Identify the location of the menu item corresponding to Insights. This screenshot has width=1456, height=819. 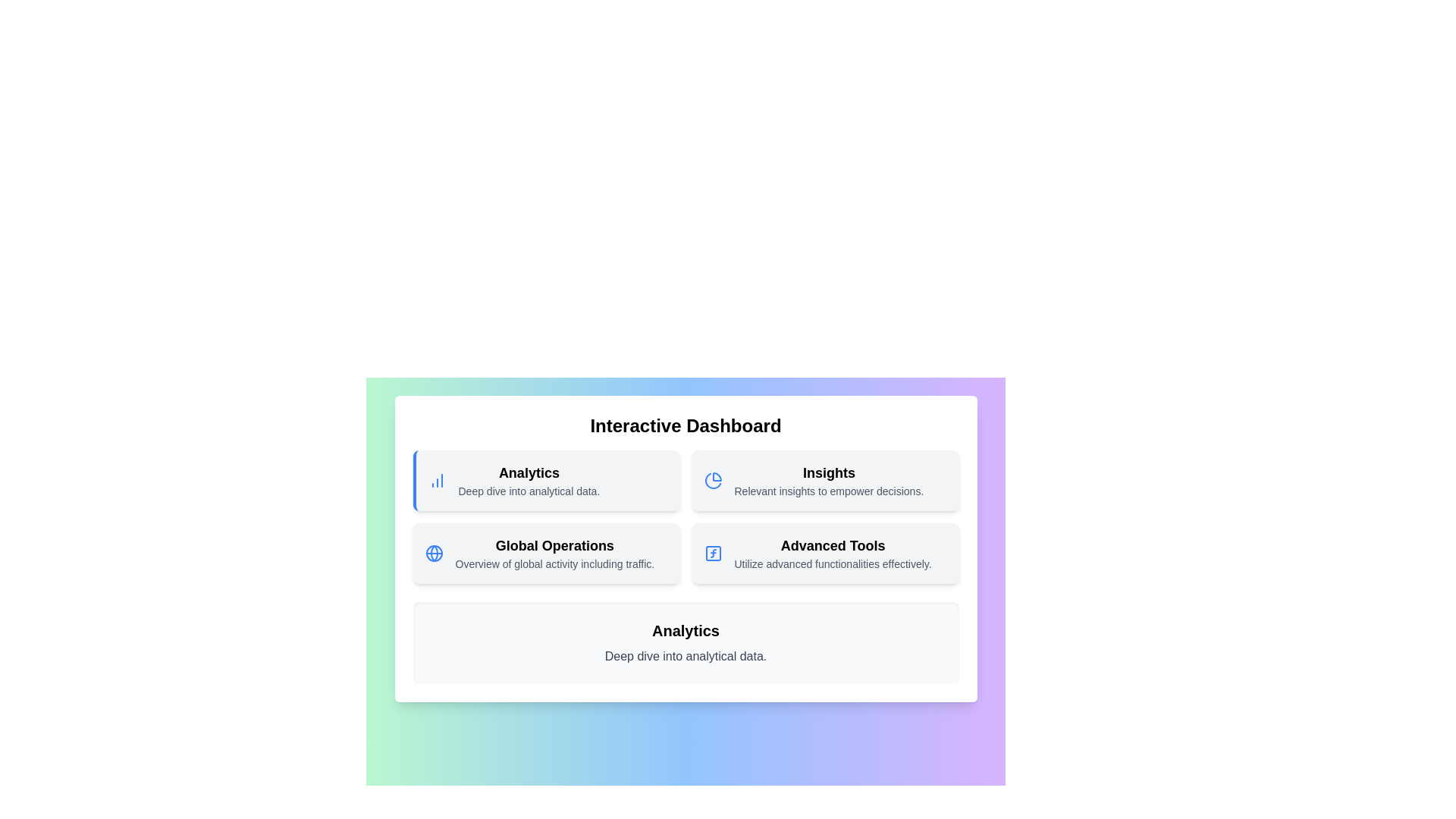
(824, 480).